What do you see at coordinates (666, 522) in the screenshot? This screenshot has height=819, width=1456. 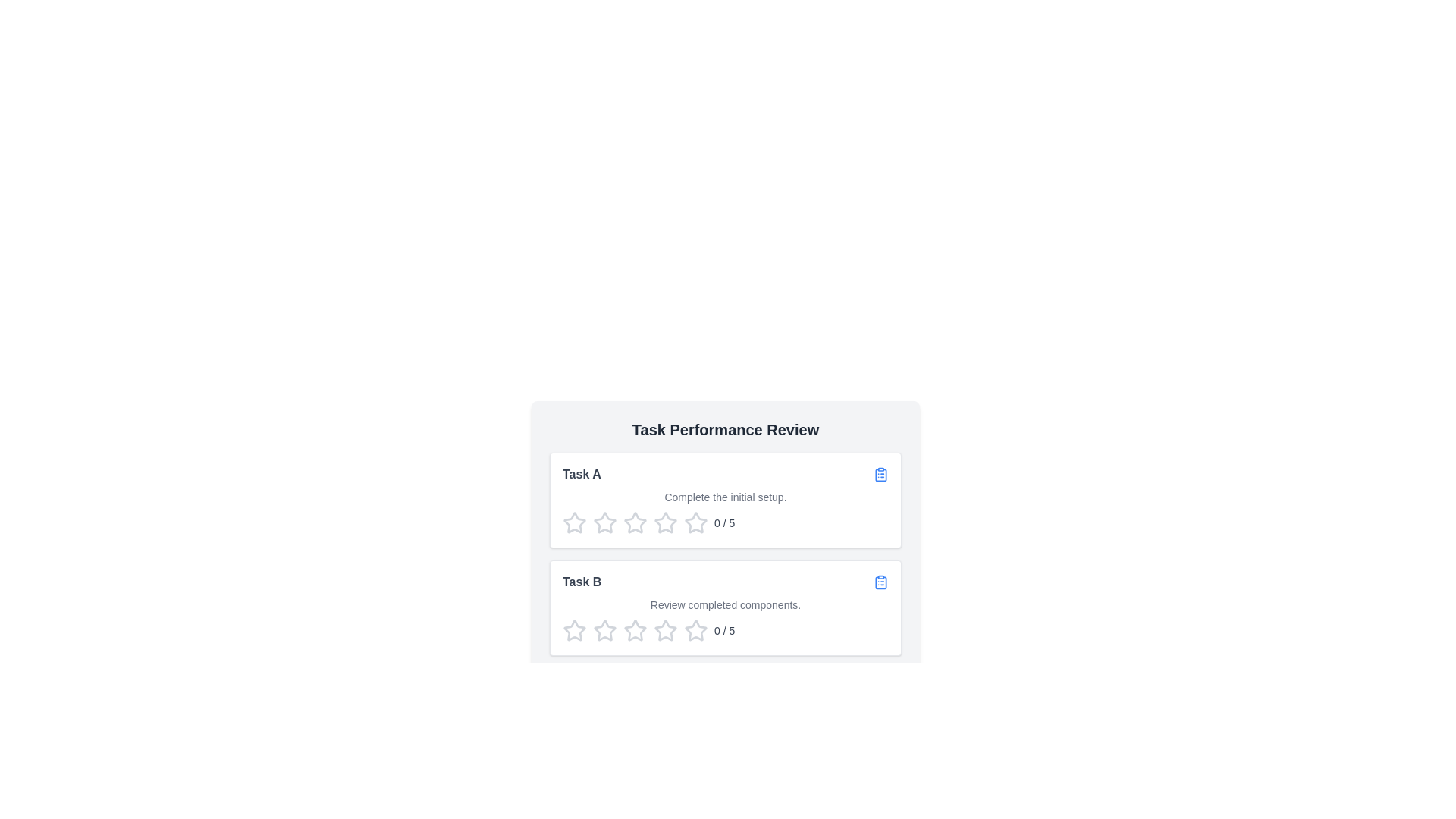 I see `the fourth star in the rating system under 'Task Performance Review'` at bounding box center [666, 522].